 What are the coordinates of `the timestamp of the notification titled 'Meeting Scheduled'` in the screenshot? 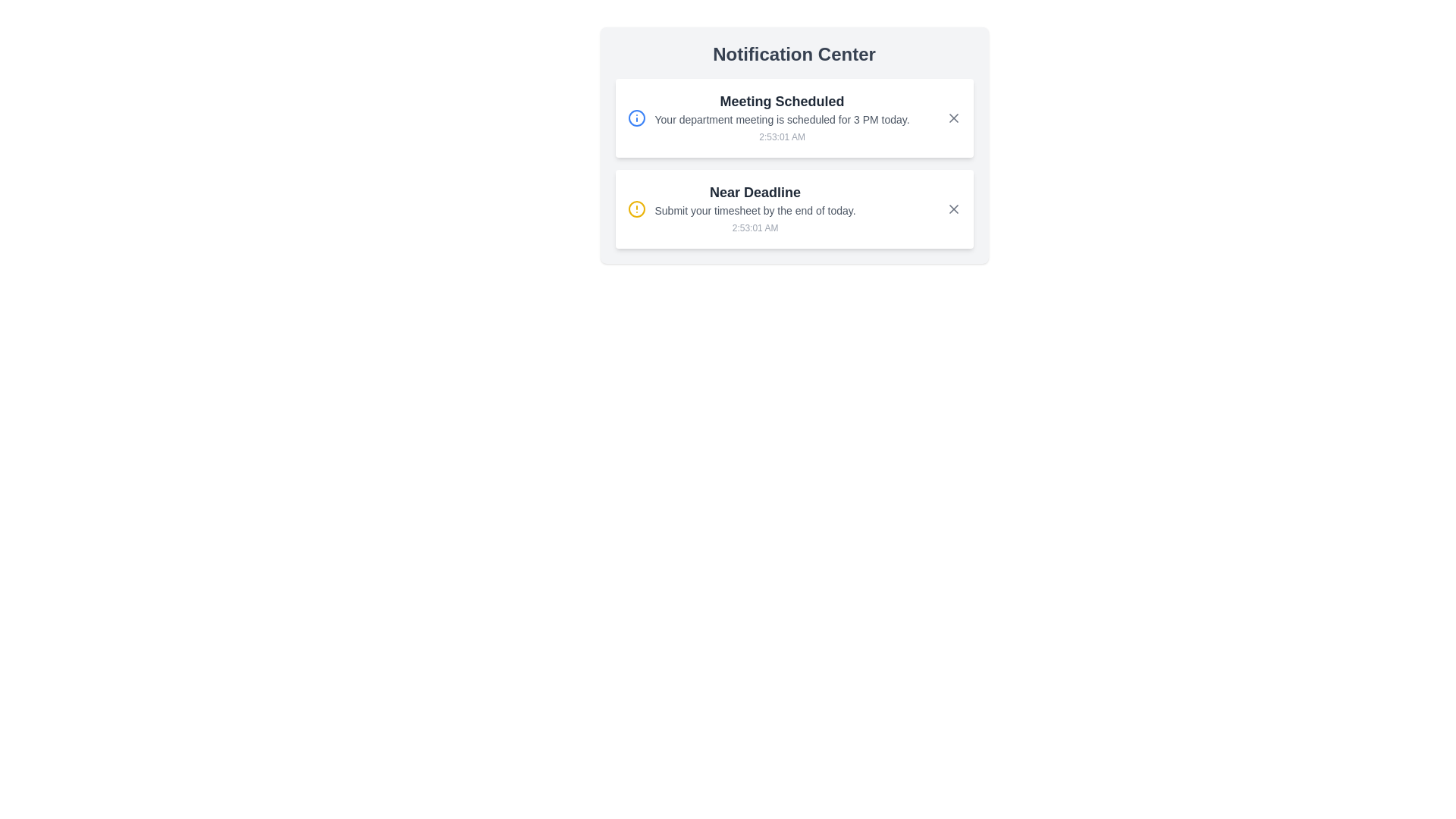 It's located at (782, 137).